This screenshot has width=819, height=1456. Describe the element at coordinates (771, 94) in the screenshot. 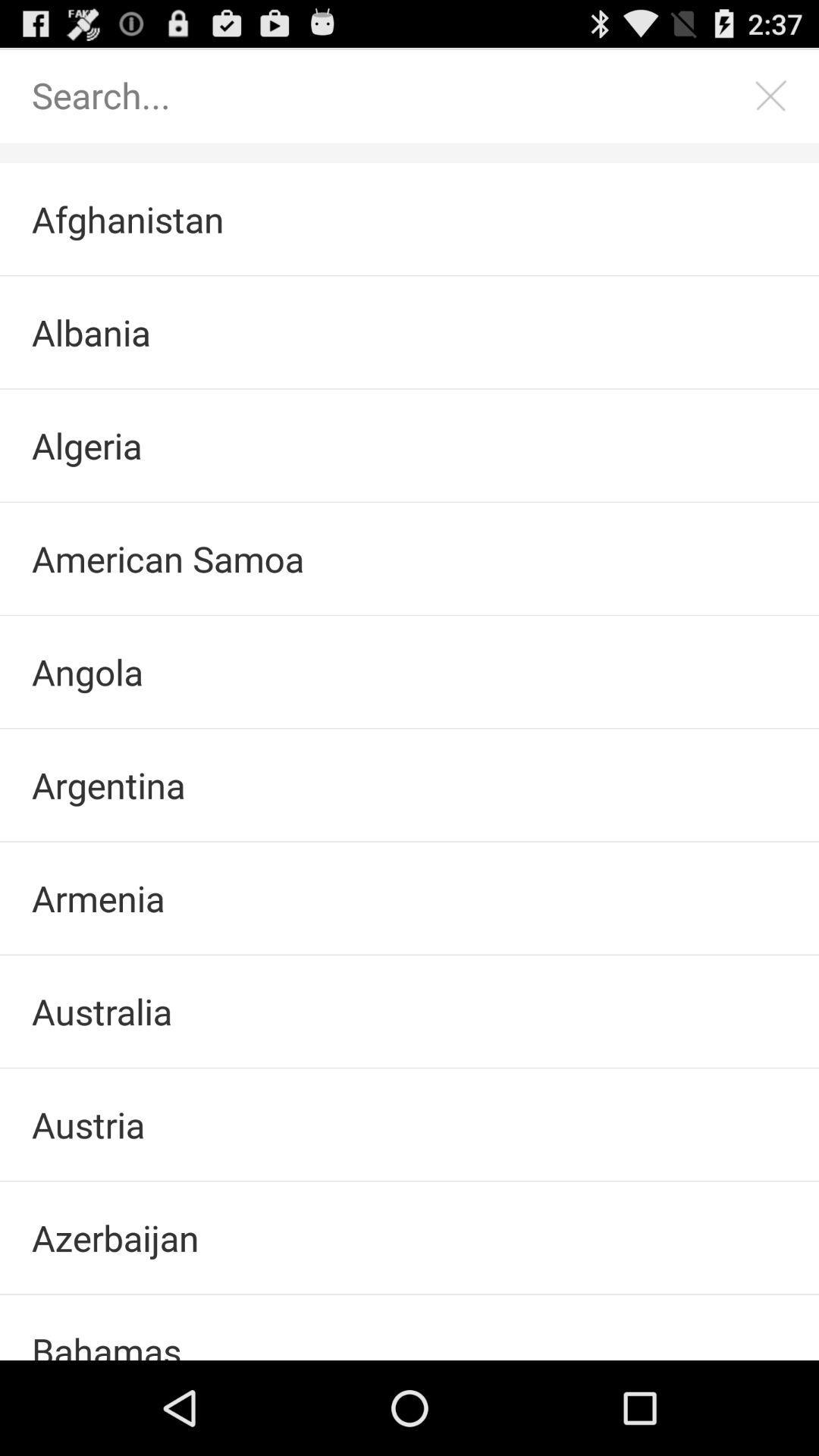

I see `search bar close button` at that location.